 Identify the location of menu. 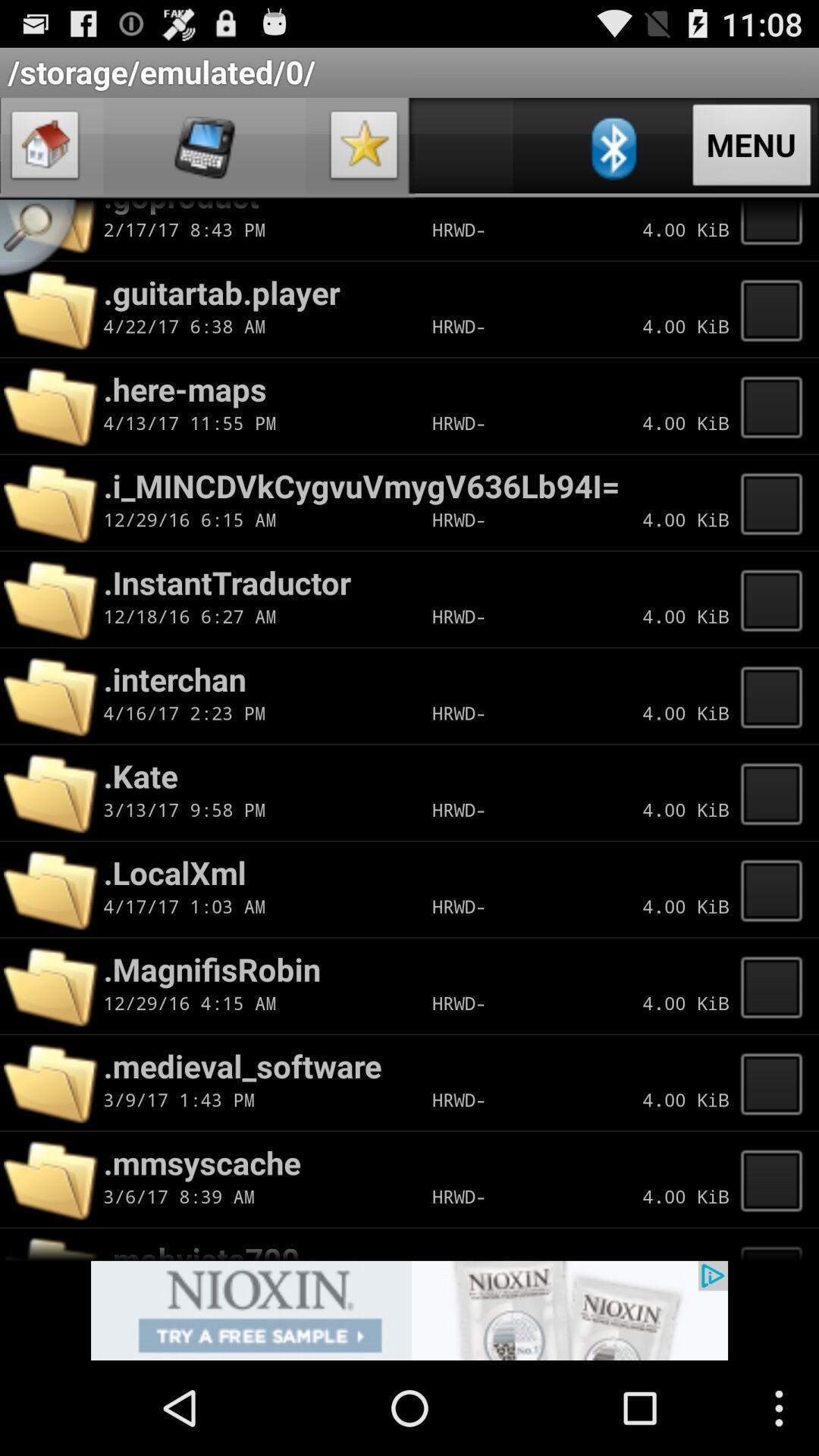
(776, 1244).